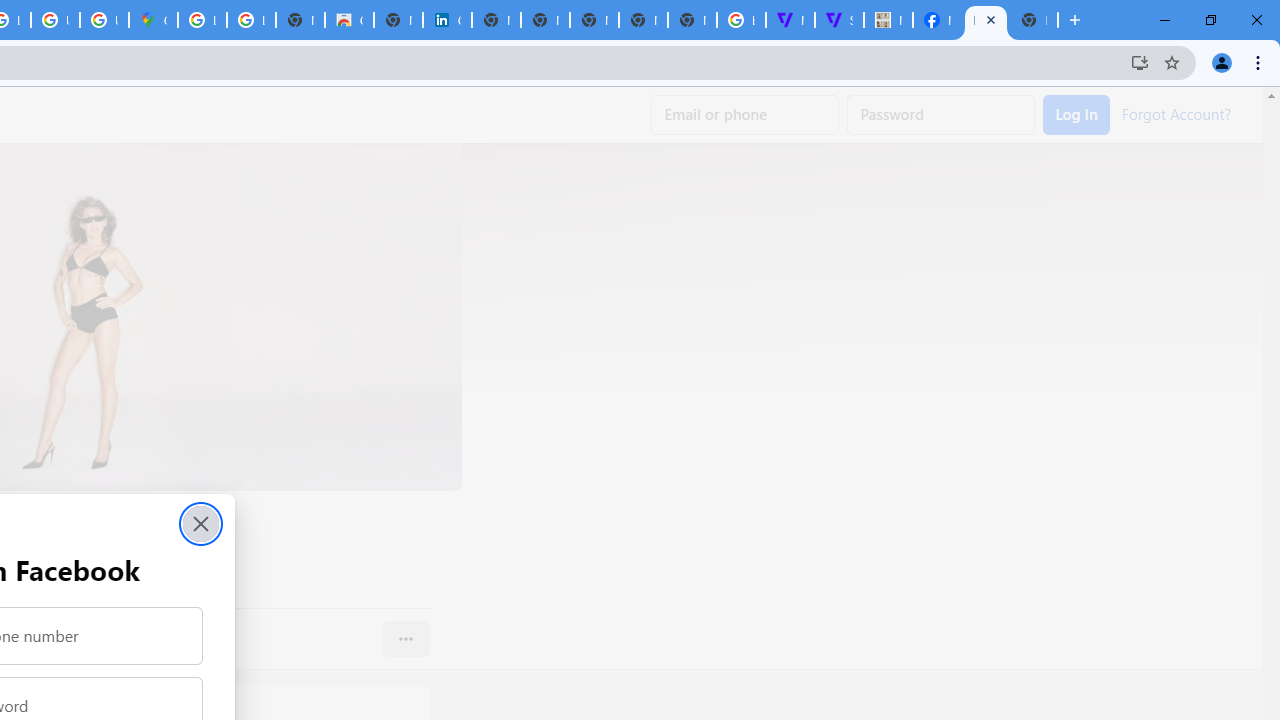 The image size is (1280, 720). What do you see at coordinates (744, 115) in the screenshot?
I see `'Email or phone'` at bounding box center [744, 115].